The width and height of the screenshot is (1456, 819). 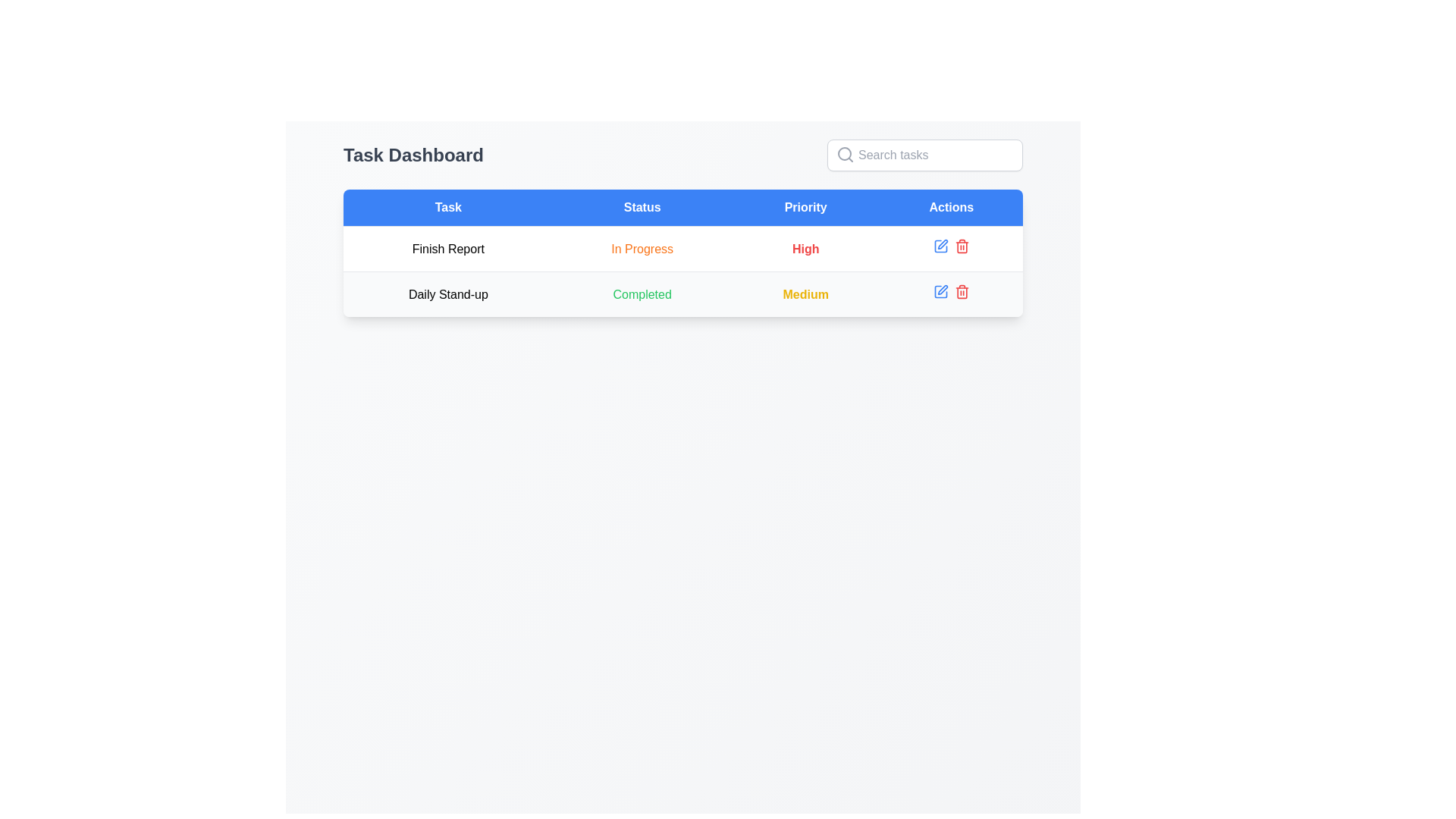 I want to click on the 'Status' header, which is displayed in bold white font on a blue background and is the second header in a row of four at the top of the table, so click(x=642, y=208).